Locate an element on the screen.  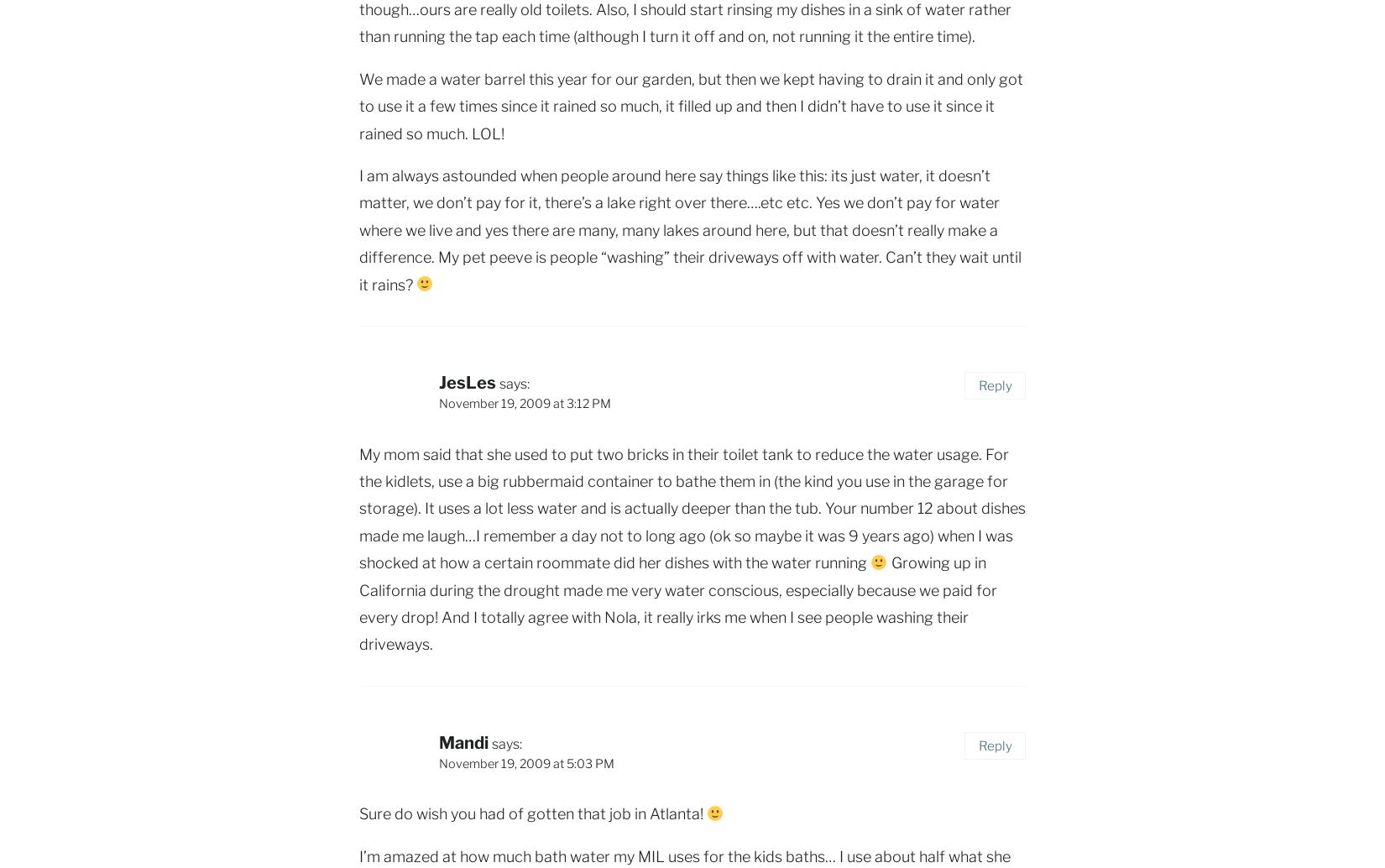
'November 19, 2009 at 5:03 PM' is located at coordinates (525, 761).